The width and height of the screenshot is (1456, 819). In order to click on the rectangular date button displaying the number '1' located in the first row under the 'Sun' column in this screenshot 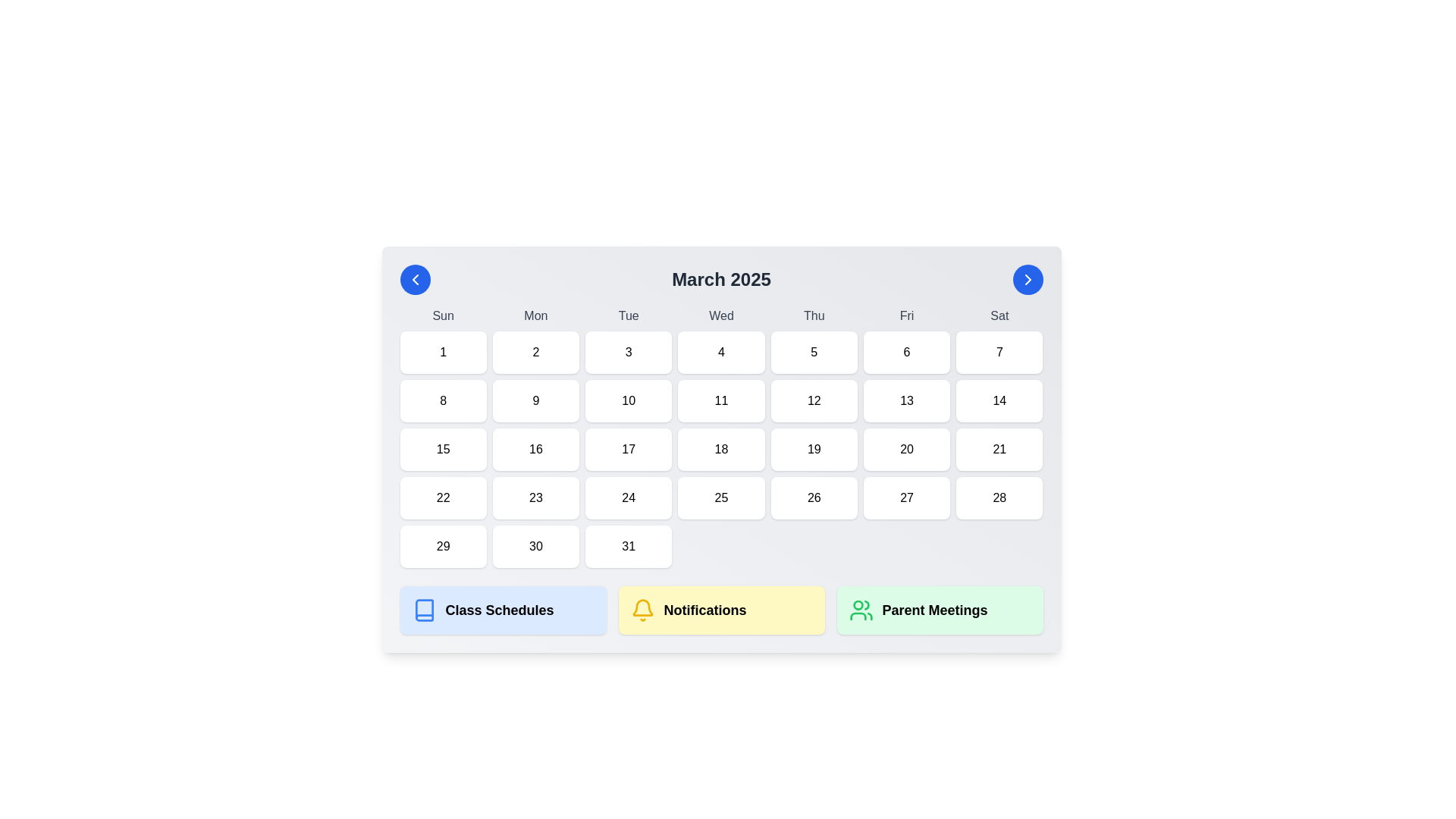, I will do `click(442, 353)`.